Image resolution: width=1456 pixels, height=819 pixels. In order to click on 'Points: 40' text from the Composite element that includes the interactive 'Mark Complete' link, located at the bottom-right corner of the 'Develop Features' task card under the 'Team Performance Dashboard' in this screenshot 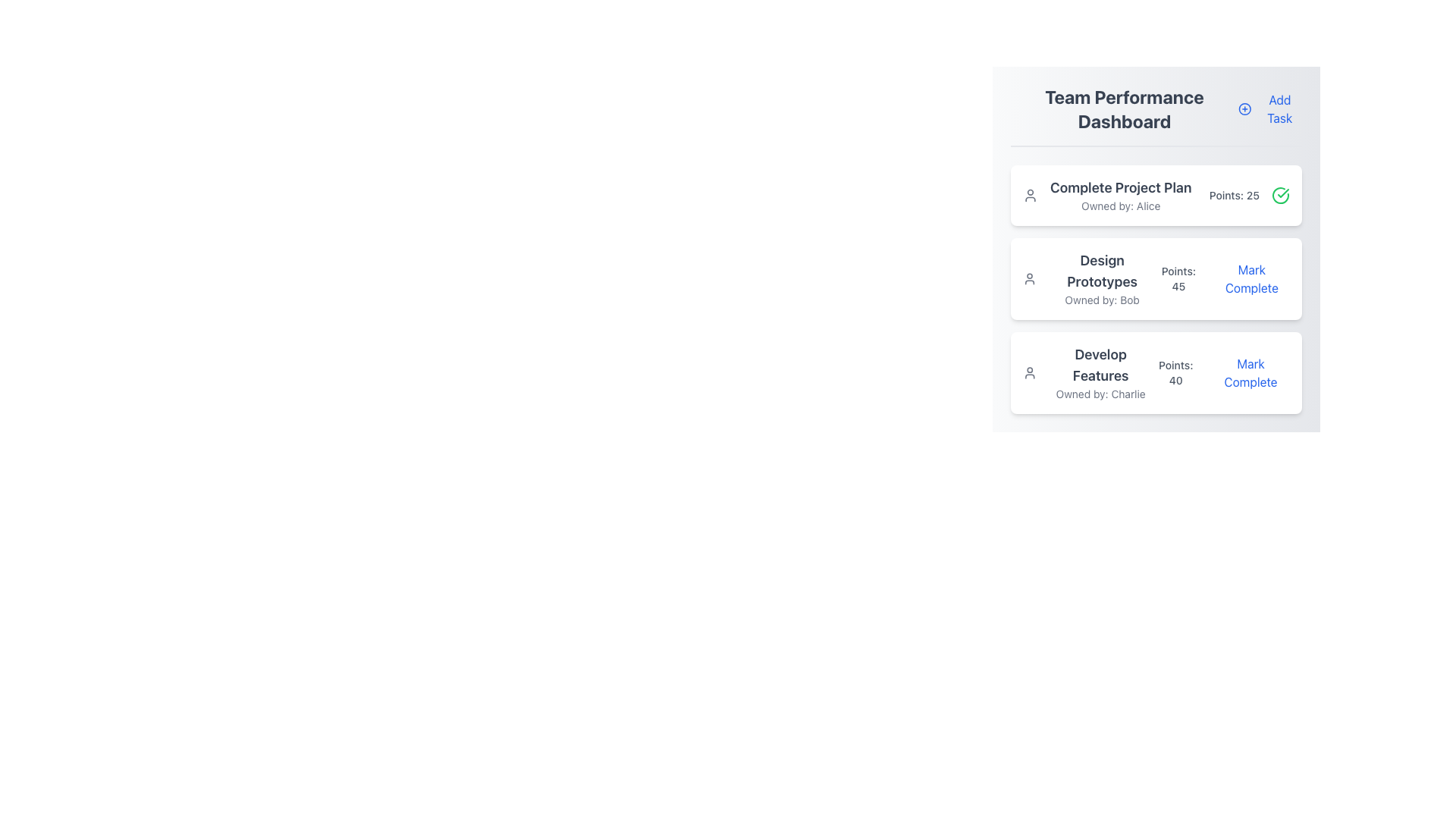, I will do `click(1221, 373)`.